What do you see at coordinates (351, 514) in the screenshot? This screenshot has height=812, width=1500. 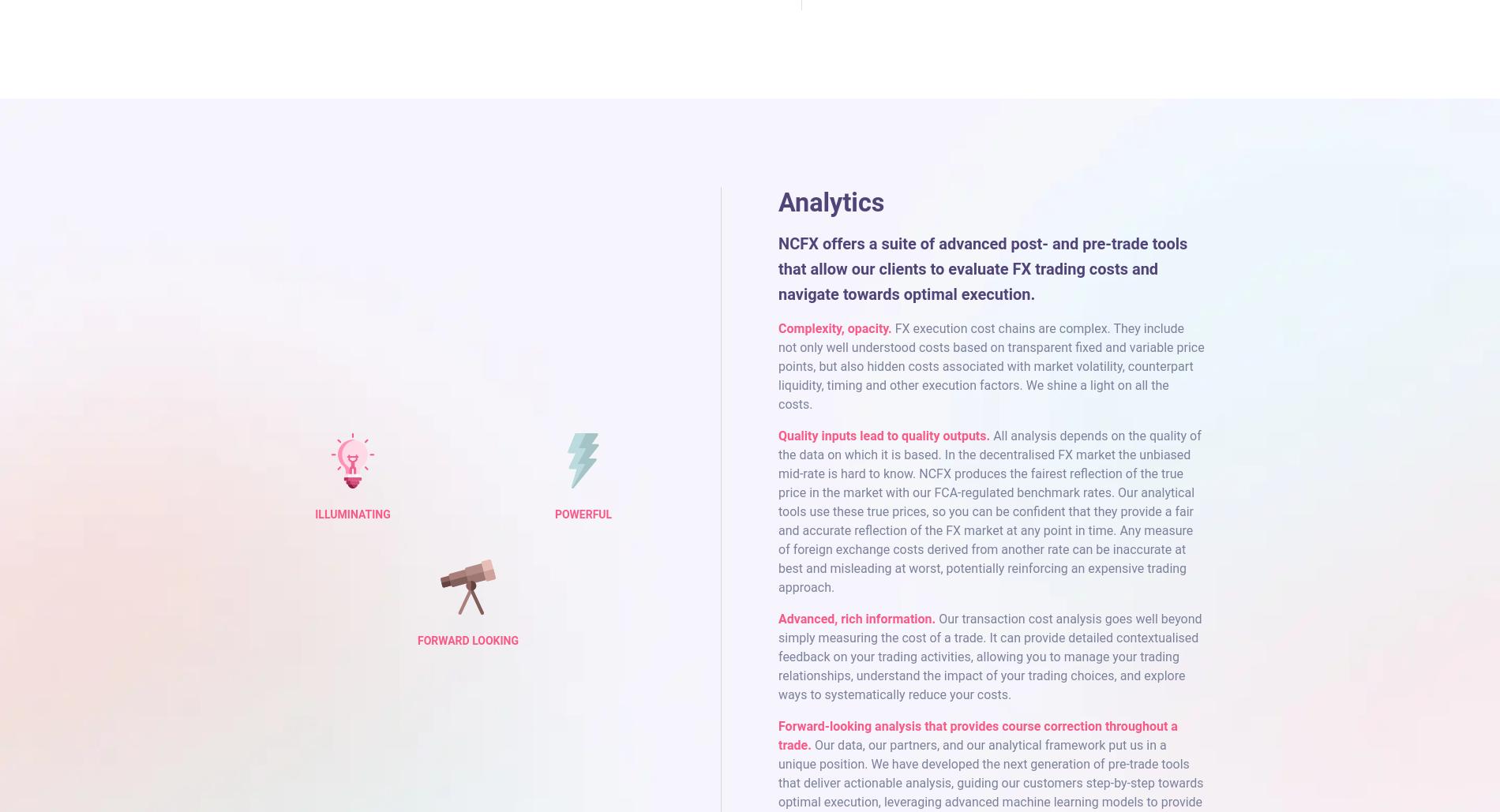 I see `'illuminating'` at bounding box center [351, 514].